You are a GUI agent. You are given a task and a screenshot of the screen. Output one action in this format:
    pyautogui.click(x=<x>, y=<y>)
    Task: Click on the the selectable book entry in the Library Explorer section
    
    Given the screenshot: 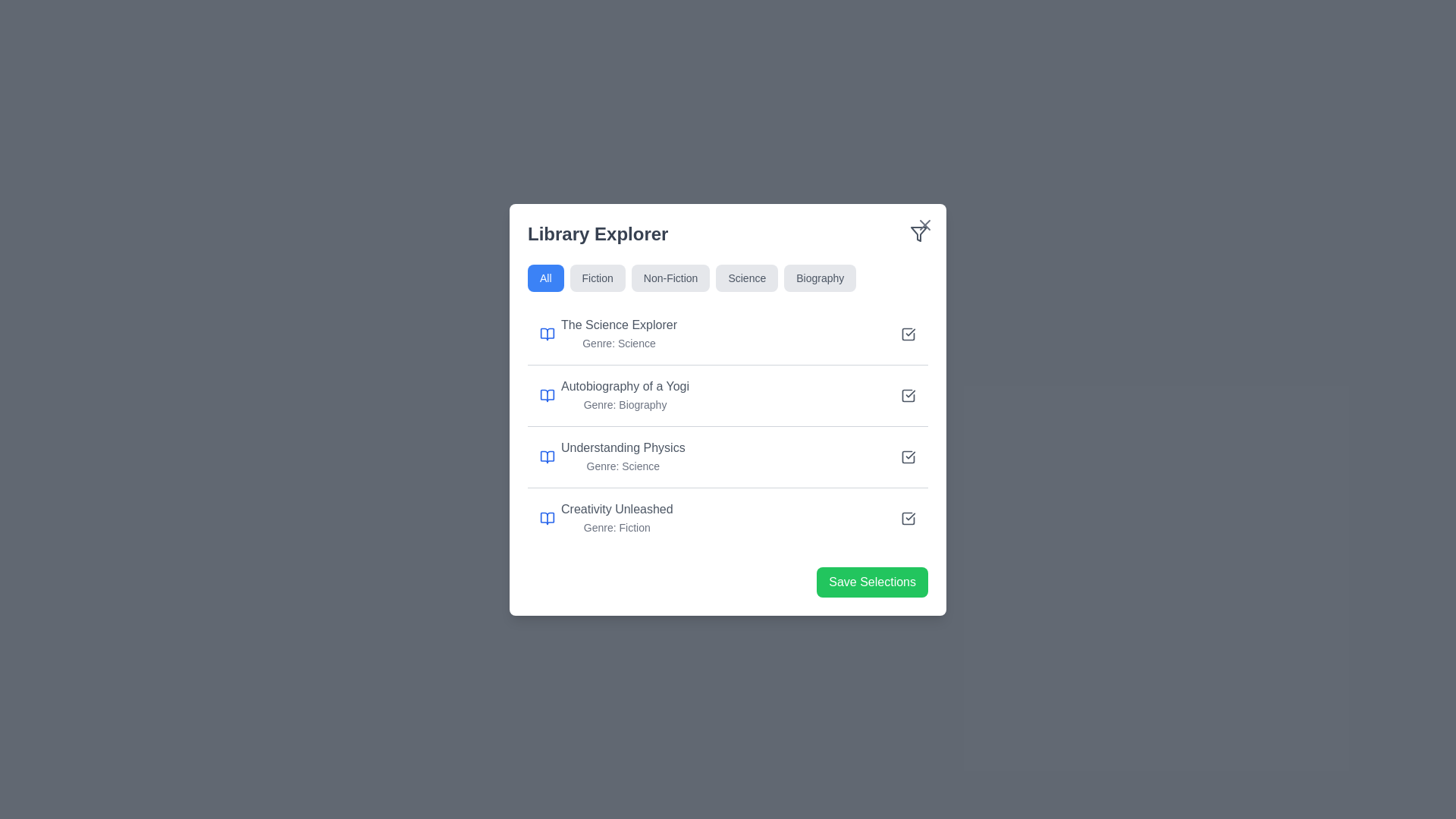 What is the action you would take?
    pyautogui.click(x=728, y=455)
    